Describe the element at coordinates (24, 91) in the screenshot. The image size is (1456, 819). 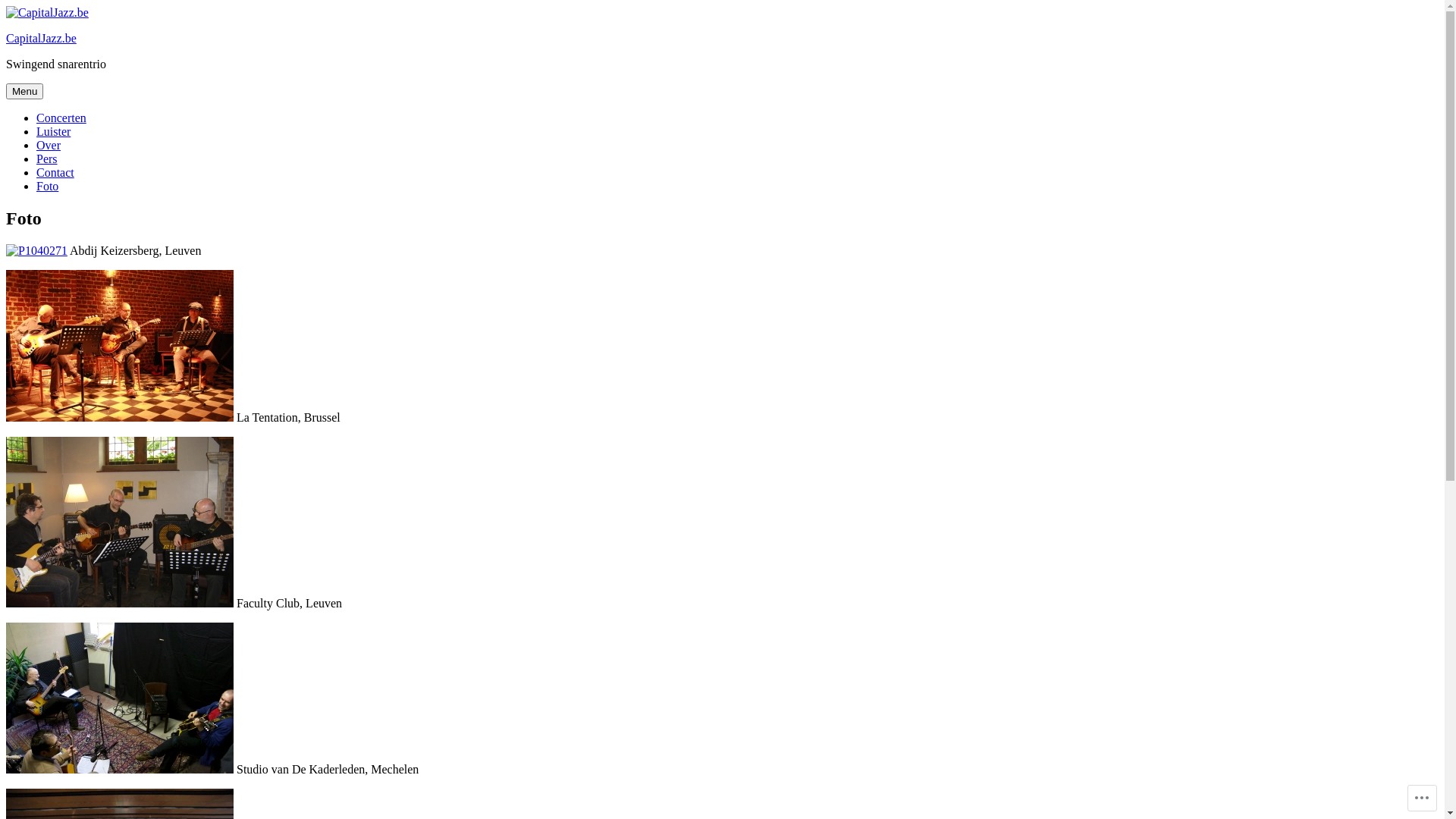
I see `'Menu'` at that location.